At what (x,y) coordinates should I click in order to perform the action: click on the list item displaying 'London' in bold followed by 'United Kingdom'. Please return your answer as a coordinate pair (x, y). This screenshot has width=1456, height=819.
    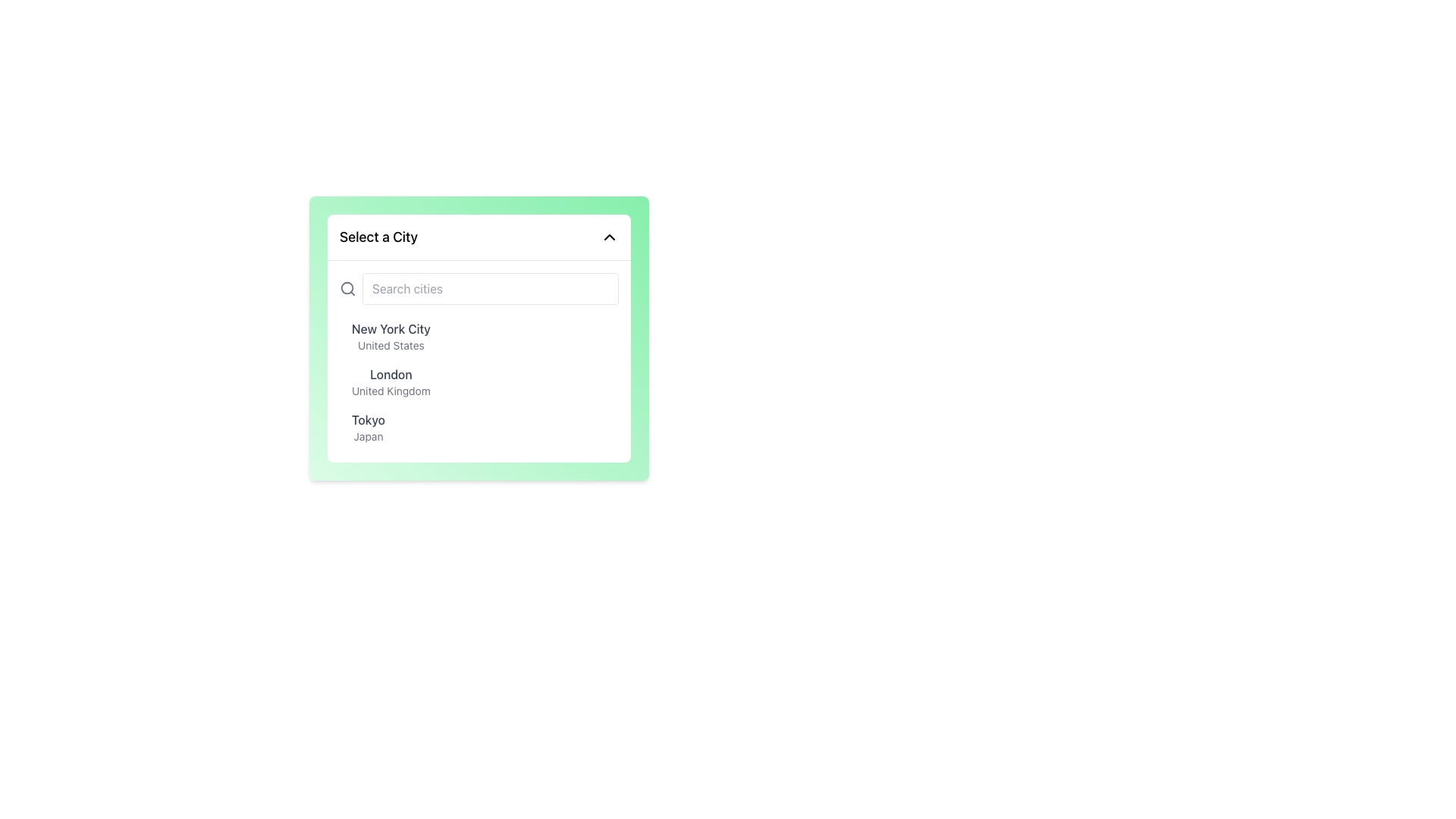
    Looking at the image, I should click on (391, 381).